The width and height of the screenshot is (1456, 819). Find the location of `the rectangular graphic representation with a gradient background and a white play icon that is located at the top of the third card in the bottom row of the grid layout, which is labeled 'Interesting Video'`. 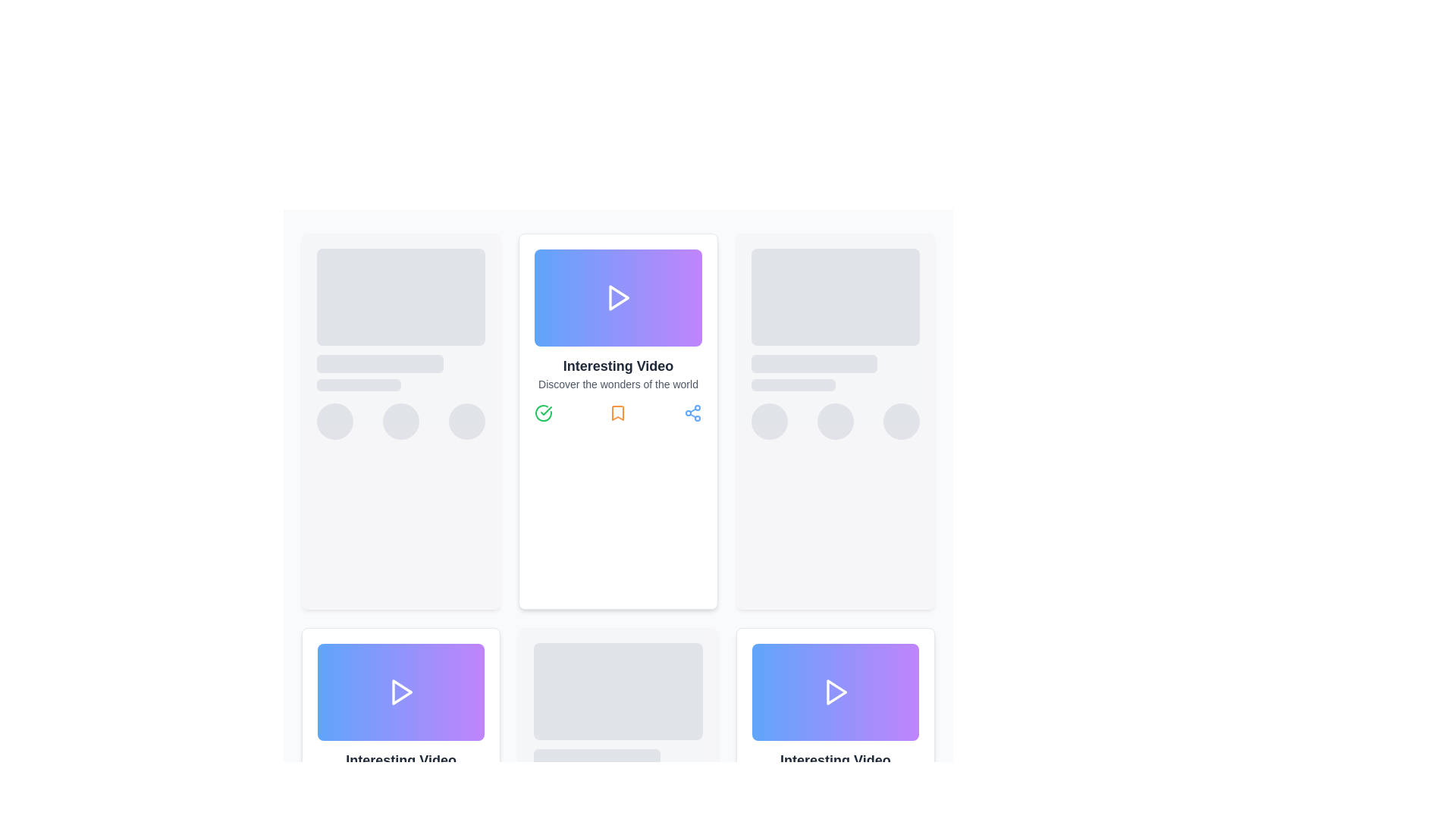

the rectangular graphic representation with a gradient background and a white play icon that is located at the top of the third card in the bottom row of the grid layout, which is labeled 'Interesting Video' is located at coordinates (834, 692).